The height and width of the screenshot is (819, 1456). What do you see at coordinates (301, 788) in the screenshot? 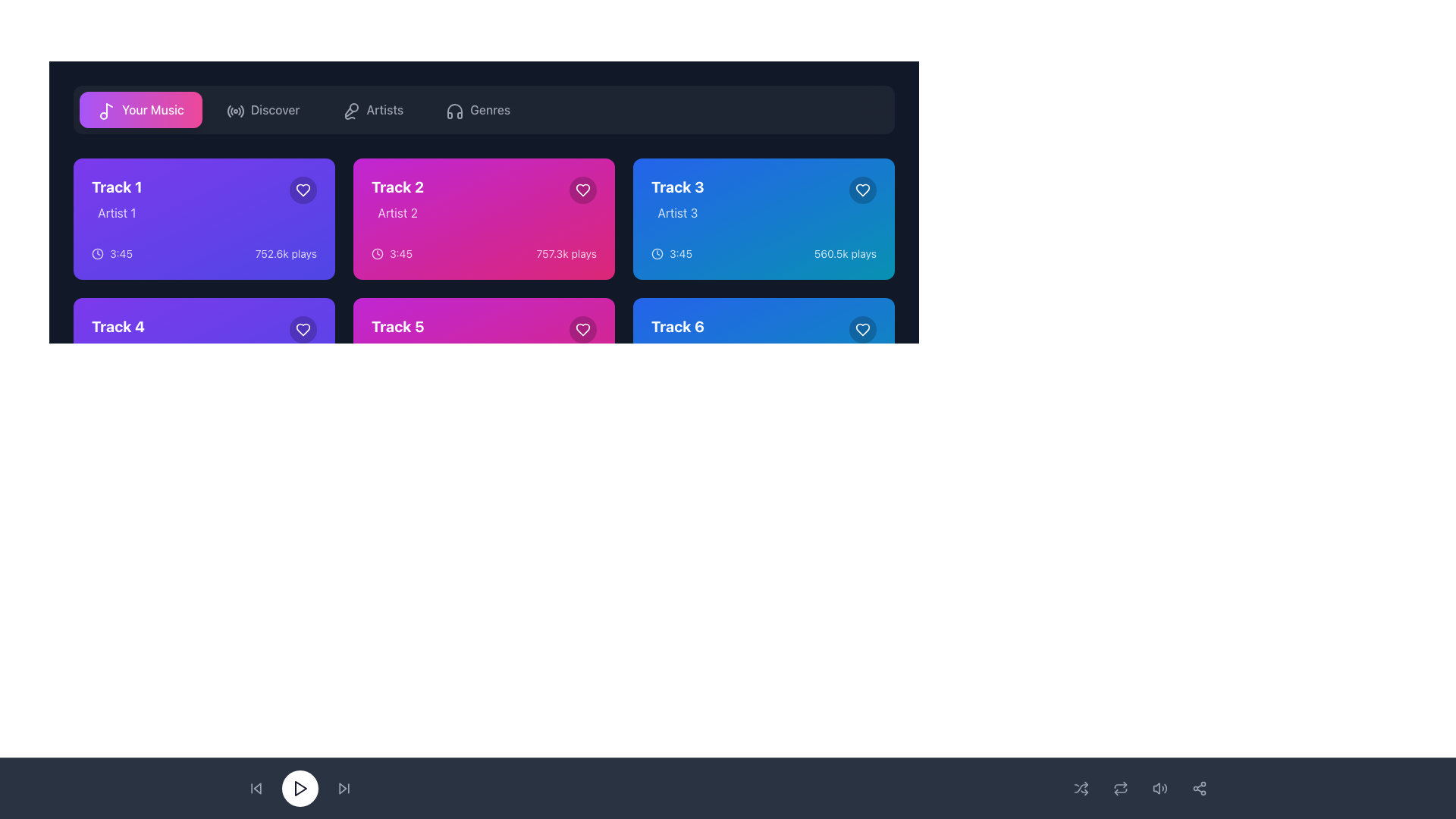
I see `the play control button represented by a triangle icon, located centrally in the bottom navigation bar to play or resume audio or media content` at bounding box center [301, 788].